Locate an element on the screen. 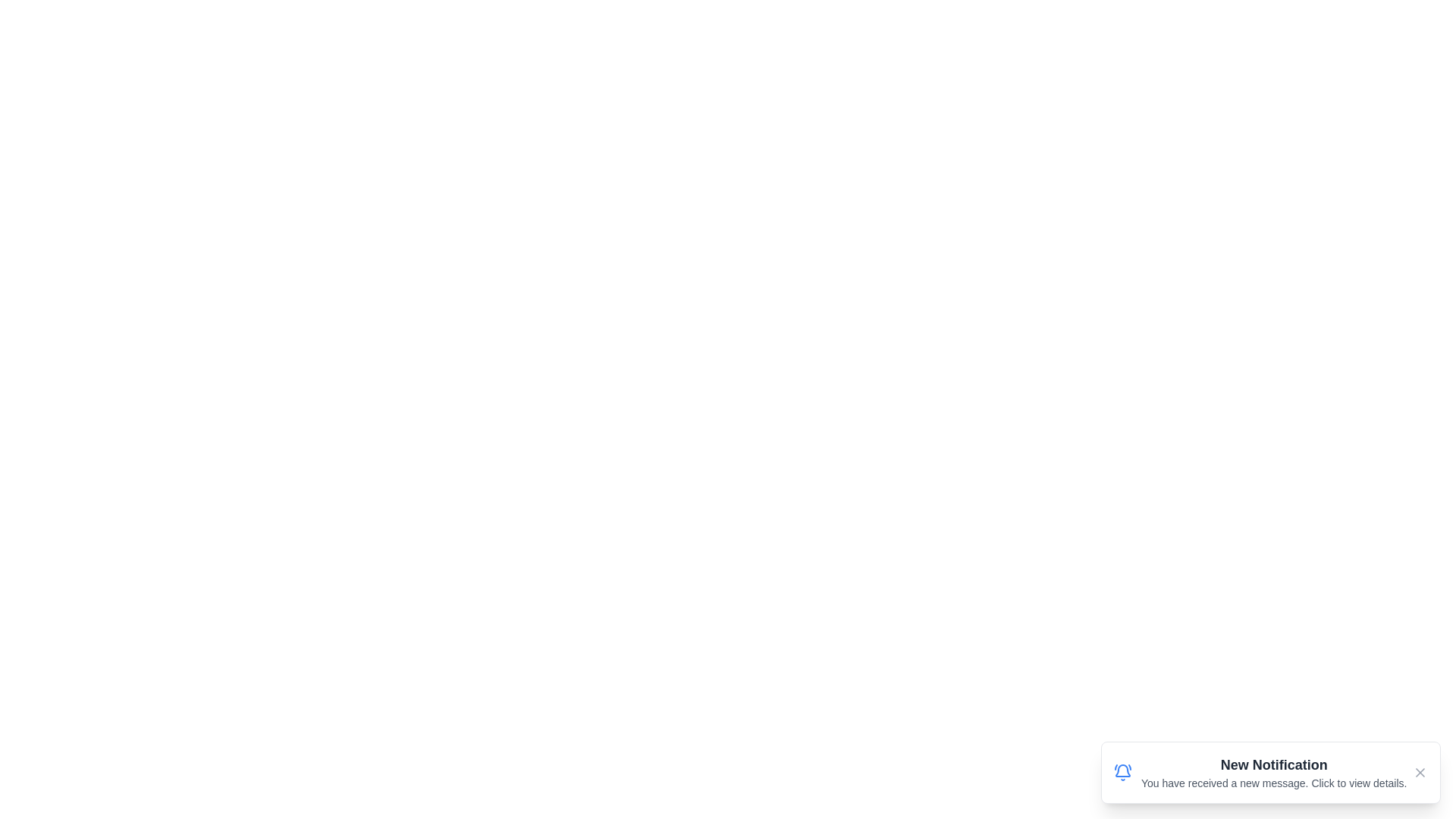 The height and width of the screenshot is (819, 1456). the close icon represented by an 'X' shaped icon at the top-right corner of the notification bar is located at coordinates (1419, 772).